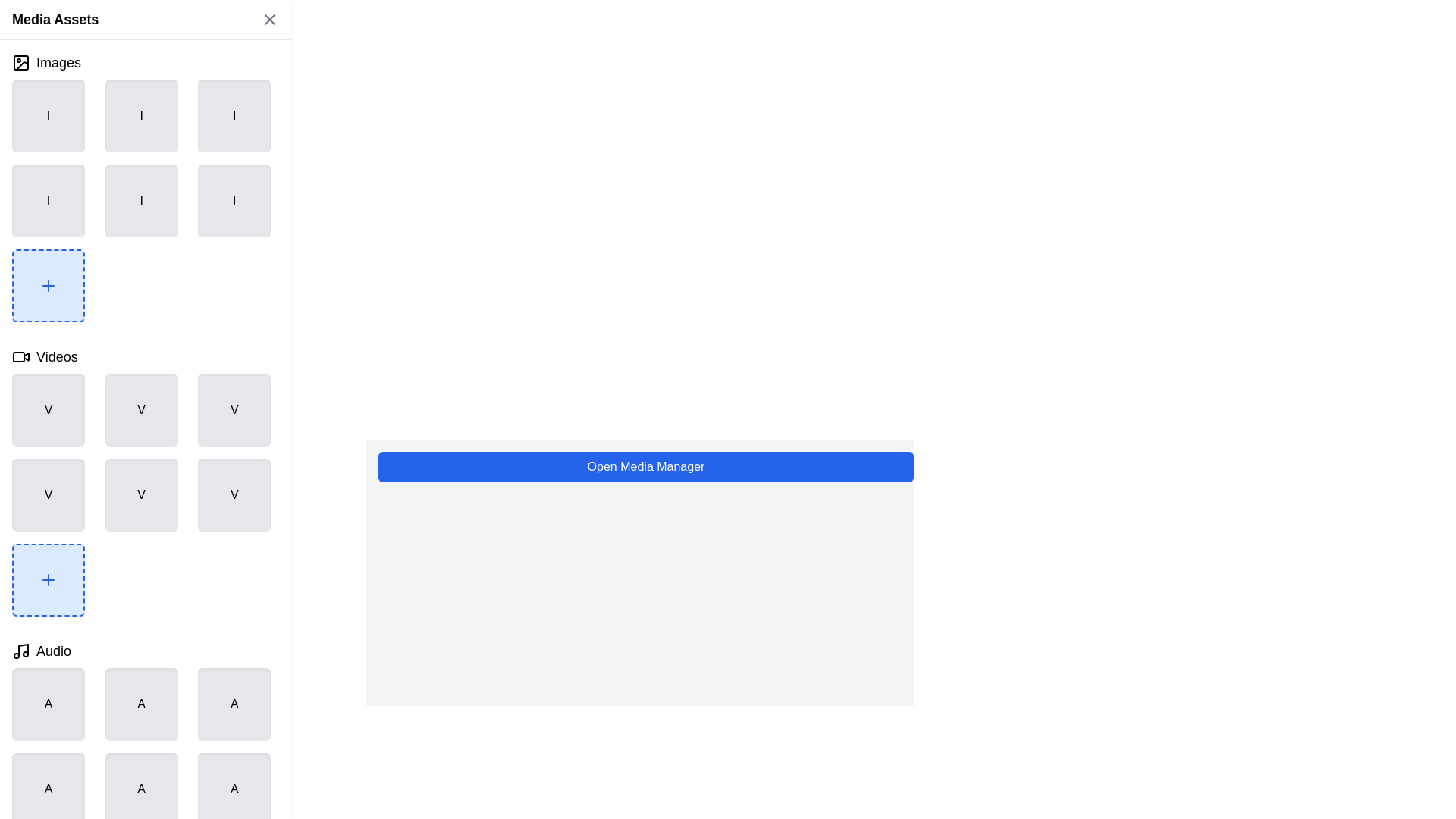 The image size is (1456, 819). What do you see at coordinates (234, 200) in the screenshot?
I see `the content of the square-shaped visual placeholder with a light gray background and a bold black letter 'I', located in the third column of the second row under the 'Images' section of the sidebar` at bounding box center [234, 200].